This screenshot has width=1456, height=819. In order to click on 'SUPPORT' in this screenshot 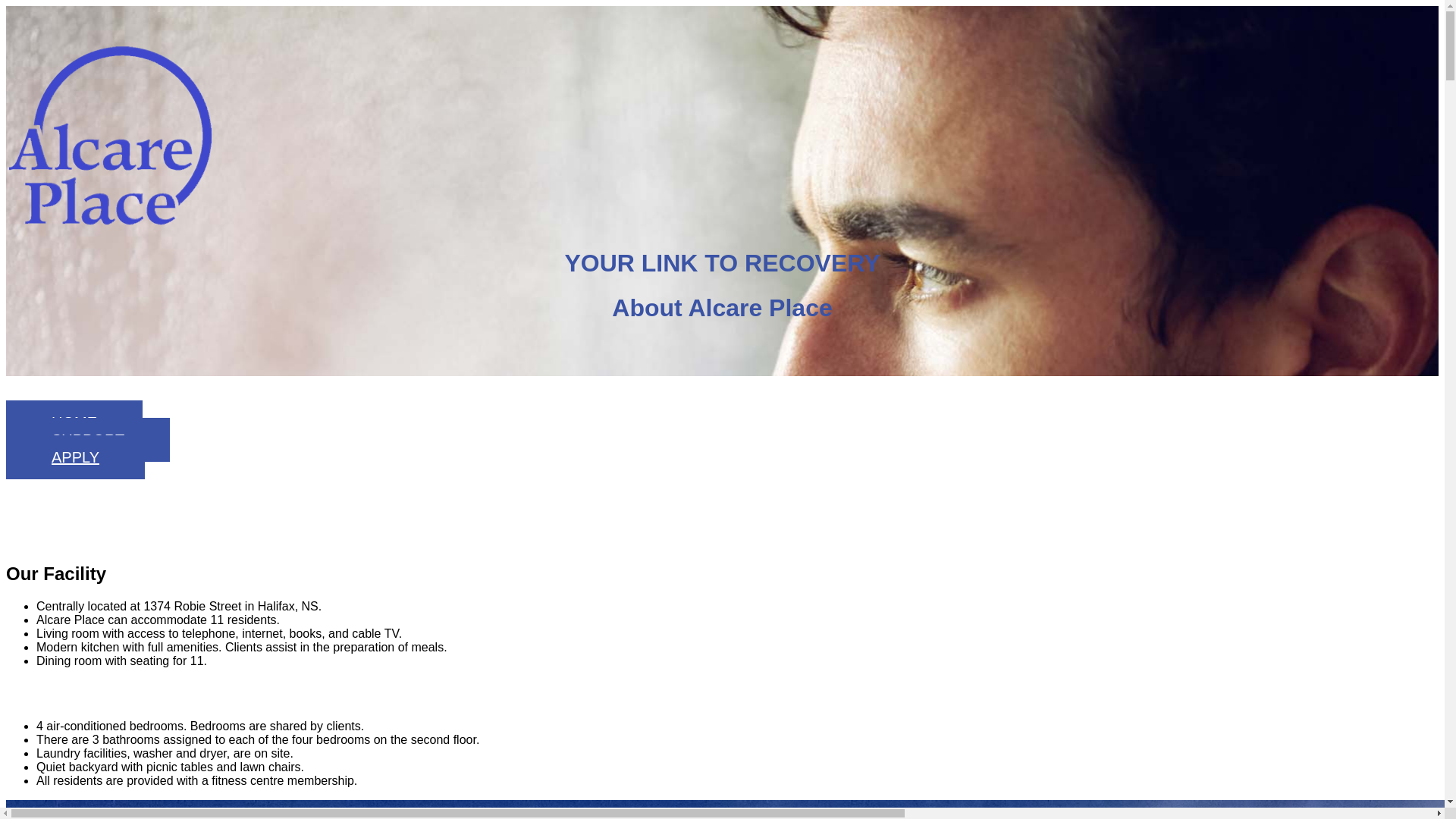, I will do `click(86, 439)`.